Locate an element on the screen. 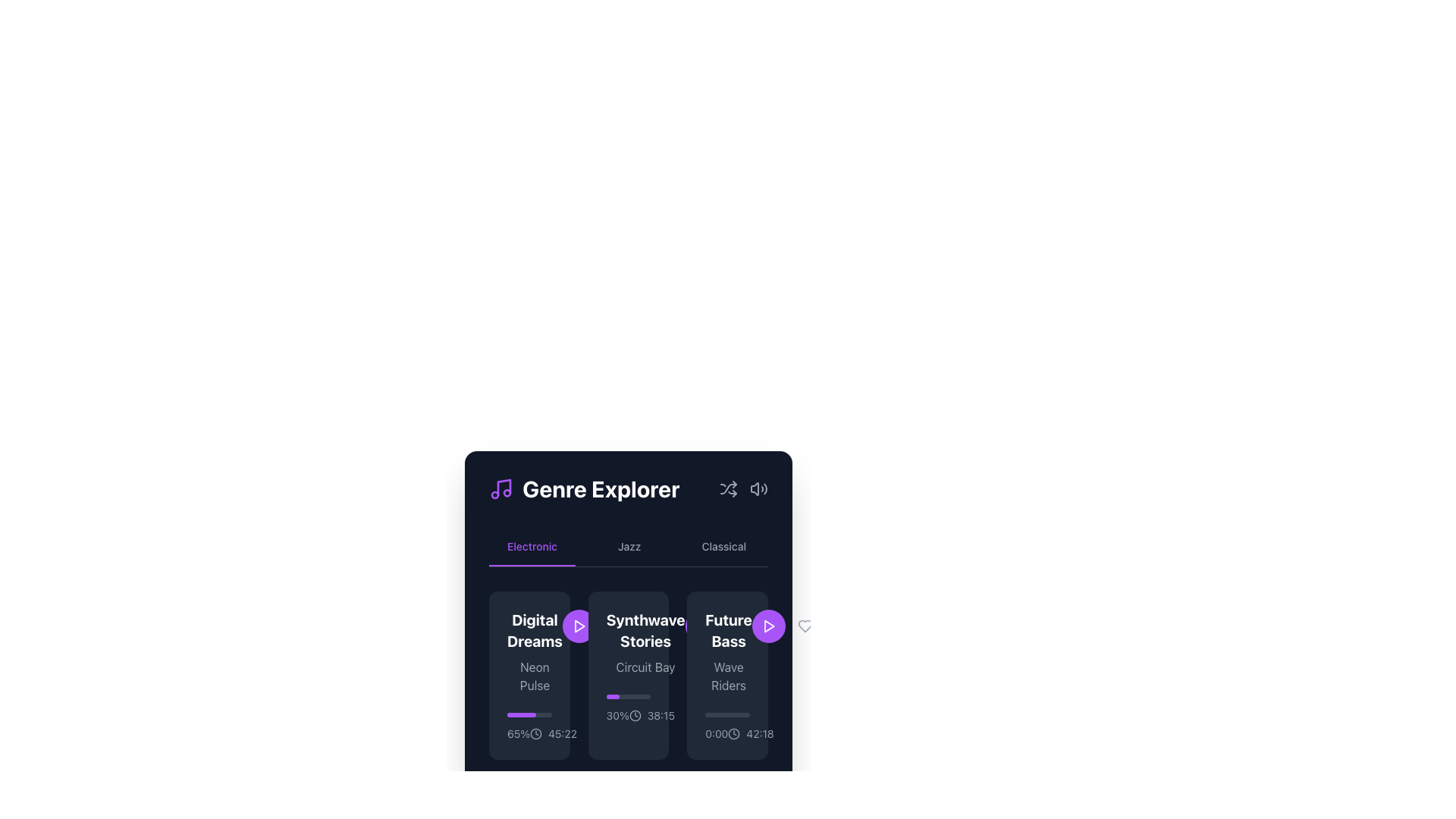 Image resolution: width=1456 pixels, height=819 pixels. the static informational text displaying '65%' progress and '45:22' time spent is located at coordinates (529, 733).